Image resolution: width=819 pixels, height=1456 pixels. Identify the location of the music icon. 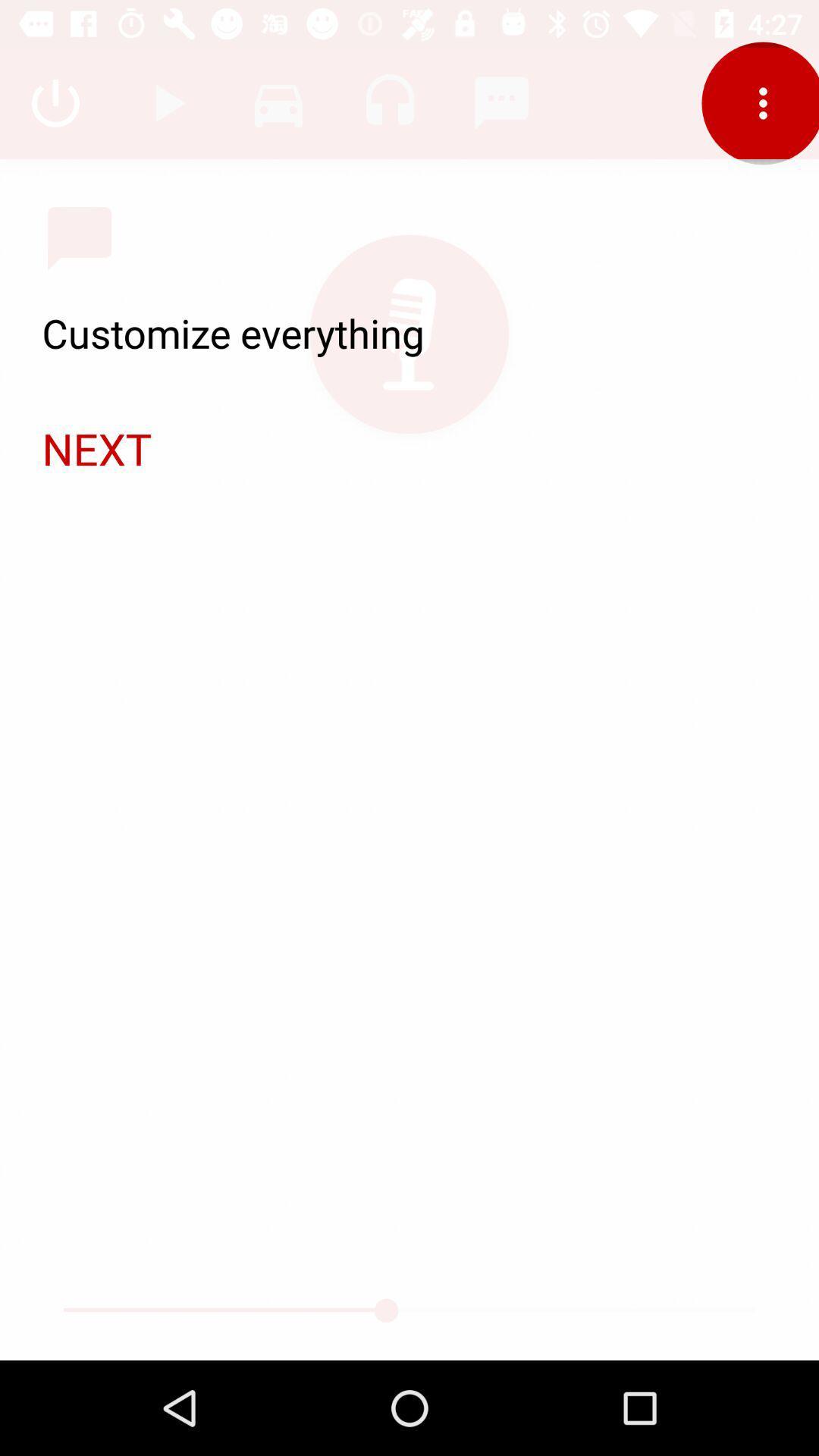
(501, 102).